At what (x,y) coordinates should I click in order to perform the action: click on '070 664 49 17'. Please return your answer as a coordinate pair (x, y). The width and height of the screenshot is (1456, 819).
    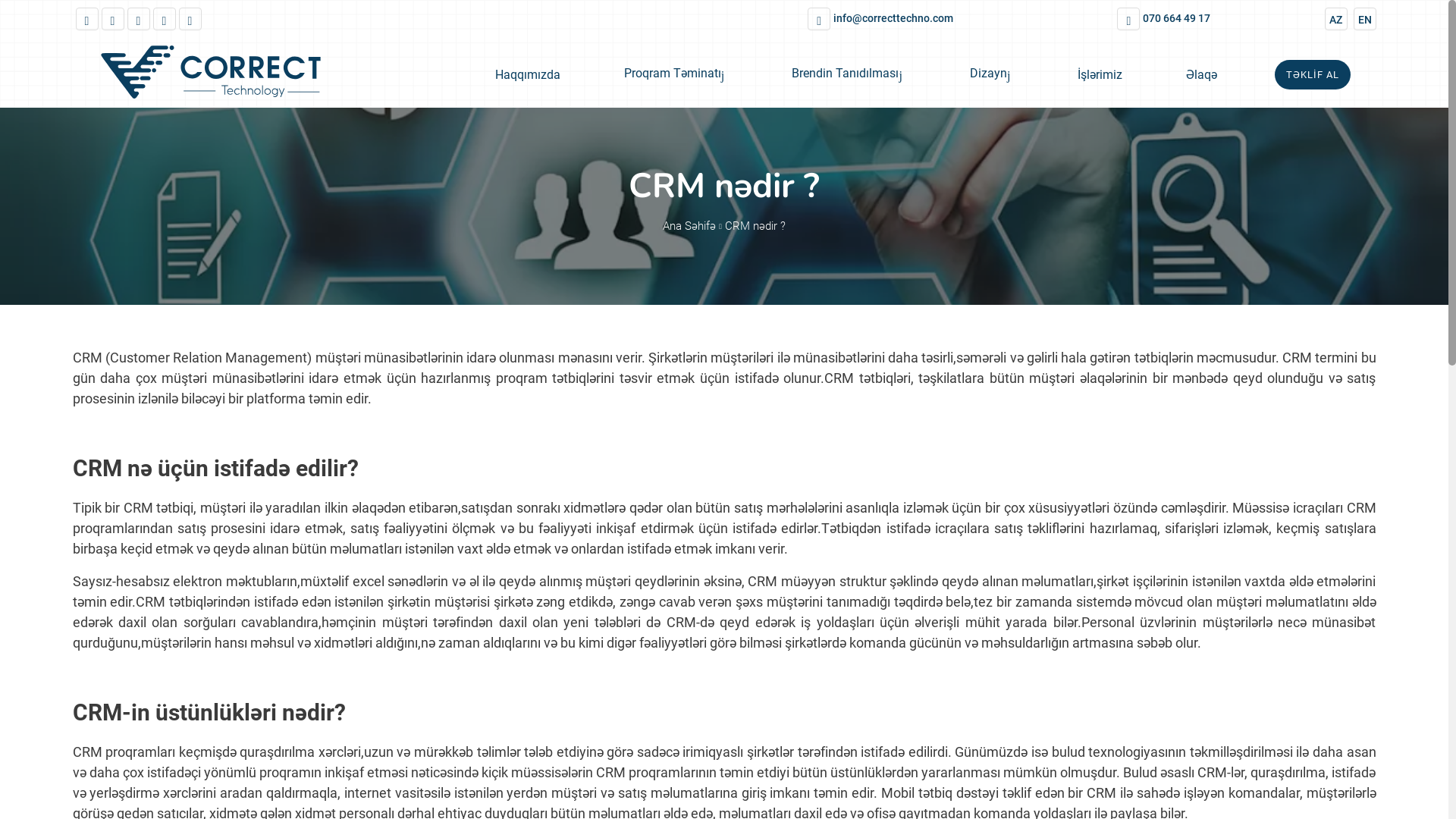
    Looking at the image, I should click on (1161, 18).